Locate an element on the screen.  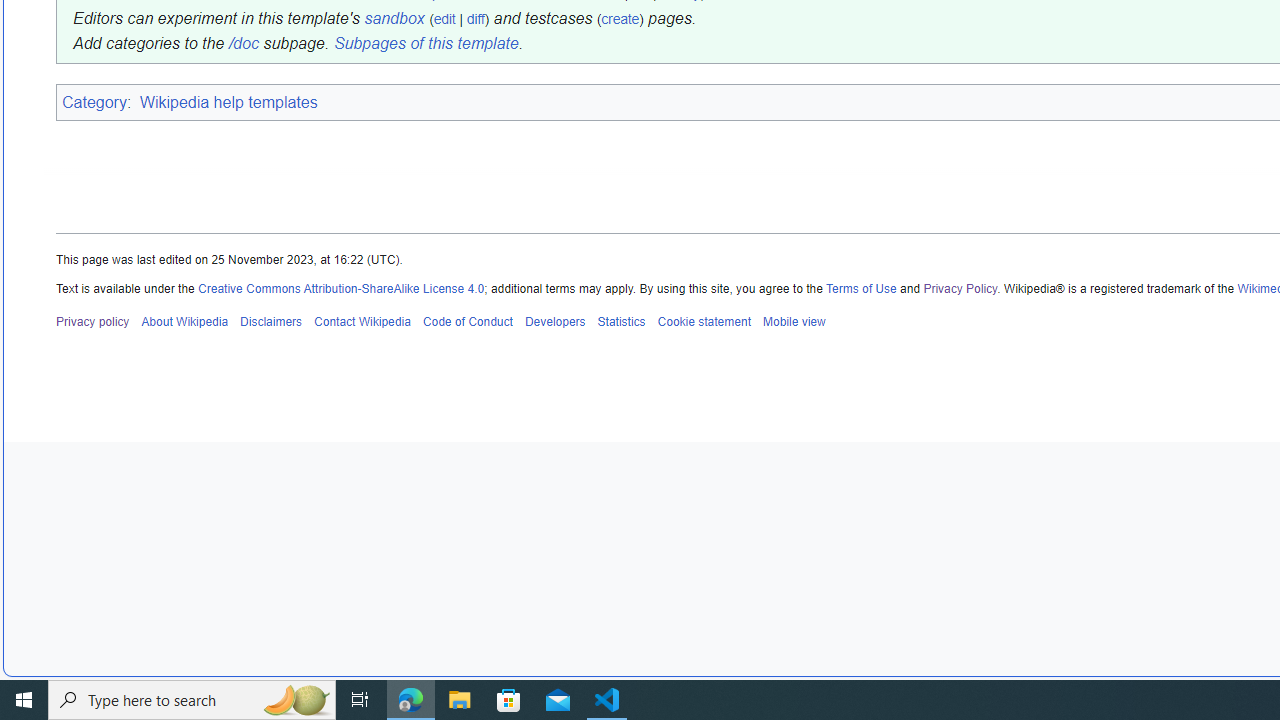
'Category' is located at coordinates (93, 101).